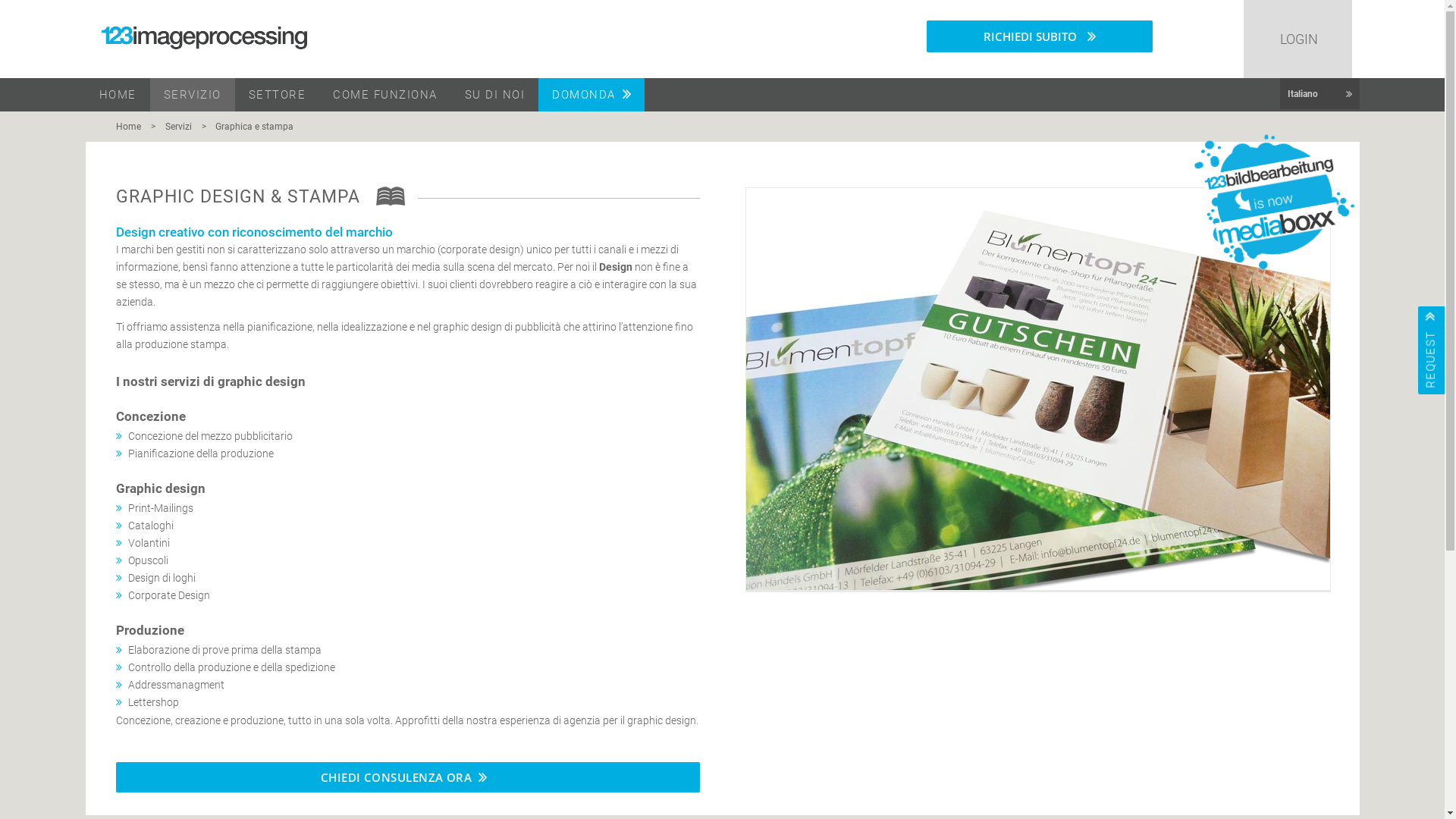  What do you see at coordinates (192, 94) in the screenshot?
I see `'SERVIZIO'` at bounding box center [192, 94].